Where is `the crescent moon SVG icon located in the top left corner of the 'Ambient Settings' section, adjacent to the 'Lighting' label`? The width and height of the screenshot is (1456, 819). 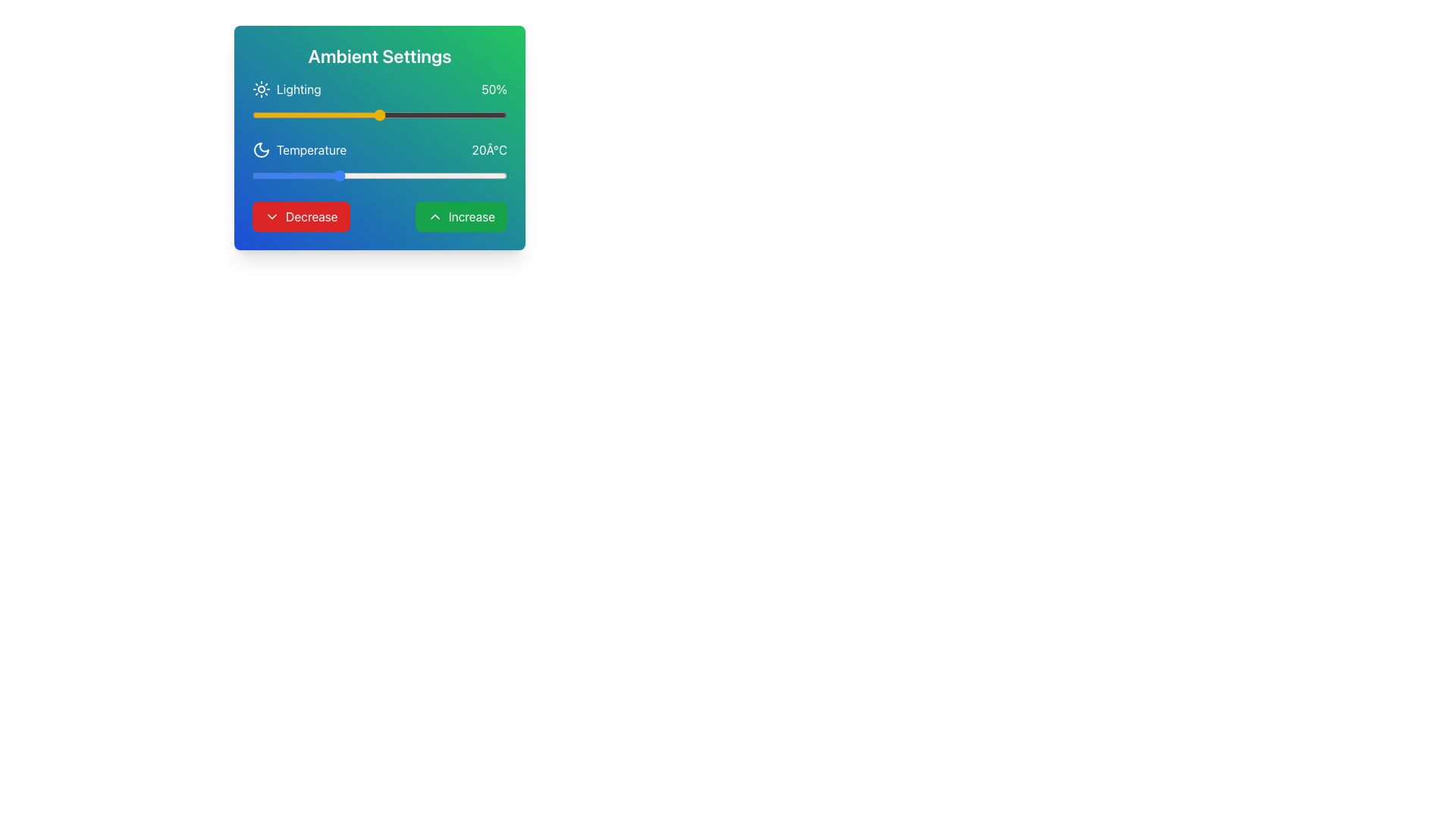 the crescent moon SVG icon located in the top left corner of the 'Ambient Settings' section, adjacent to the 'Lighting' label is located at coordinates (262, 149).